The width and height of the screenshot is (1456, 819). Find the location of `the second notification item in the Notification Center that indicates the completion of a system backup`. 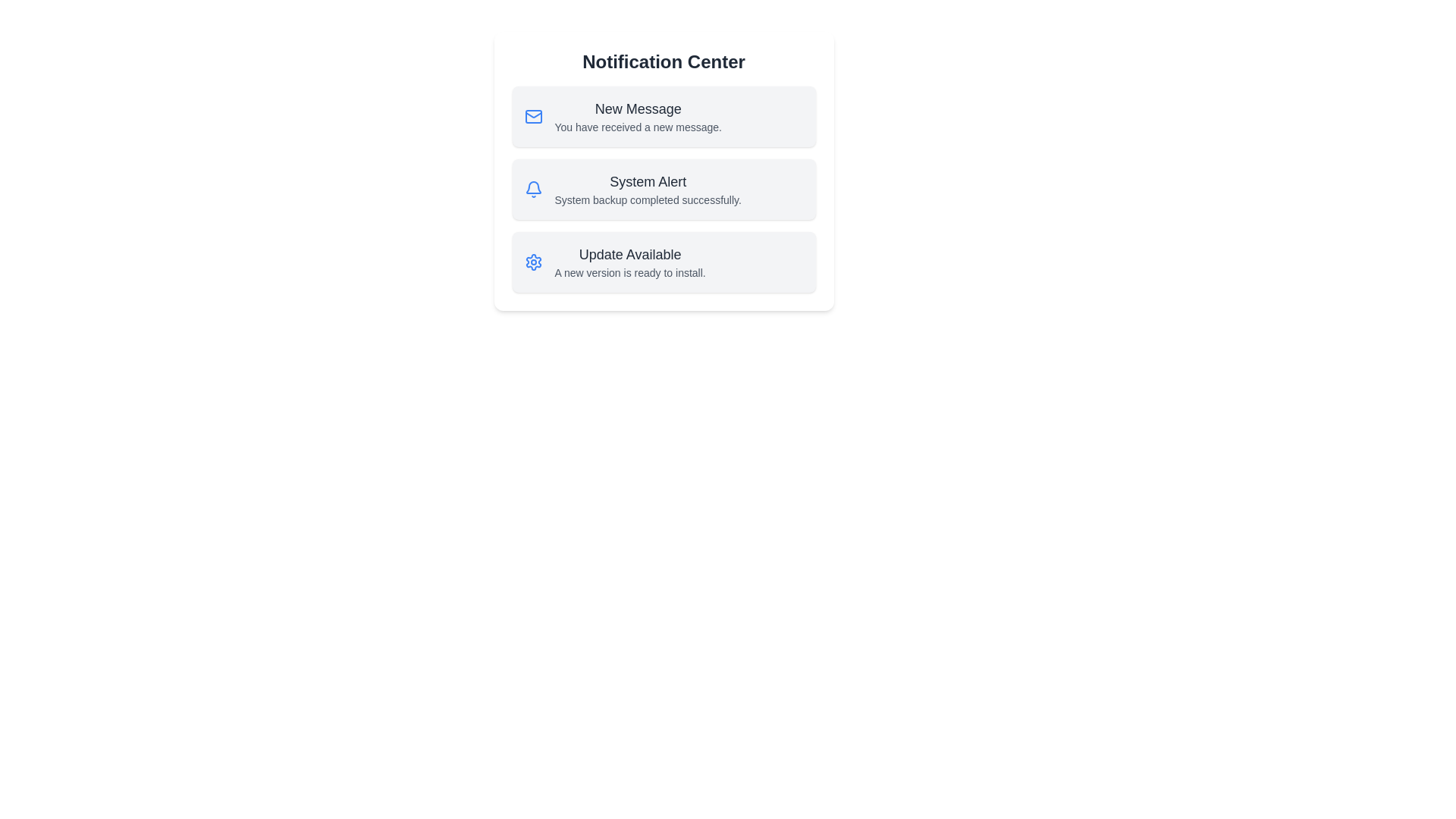

the second notification item in the Notification Center that indicates the completion of a system backup is located at coordinates (648, 189).